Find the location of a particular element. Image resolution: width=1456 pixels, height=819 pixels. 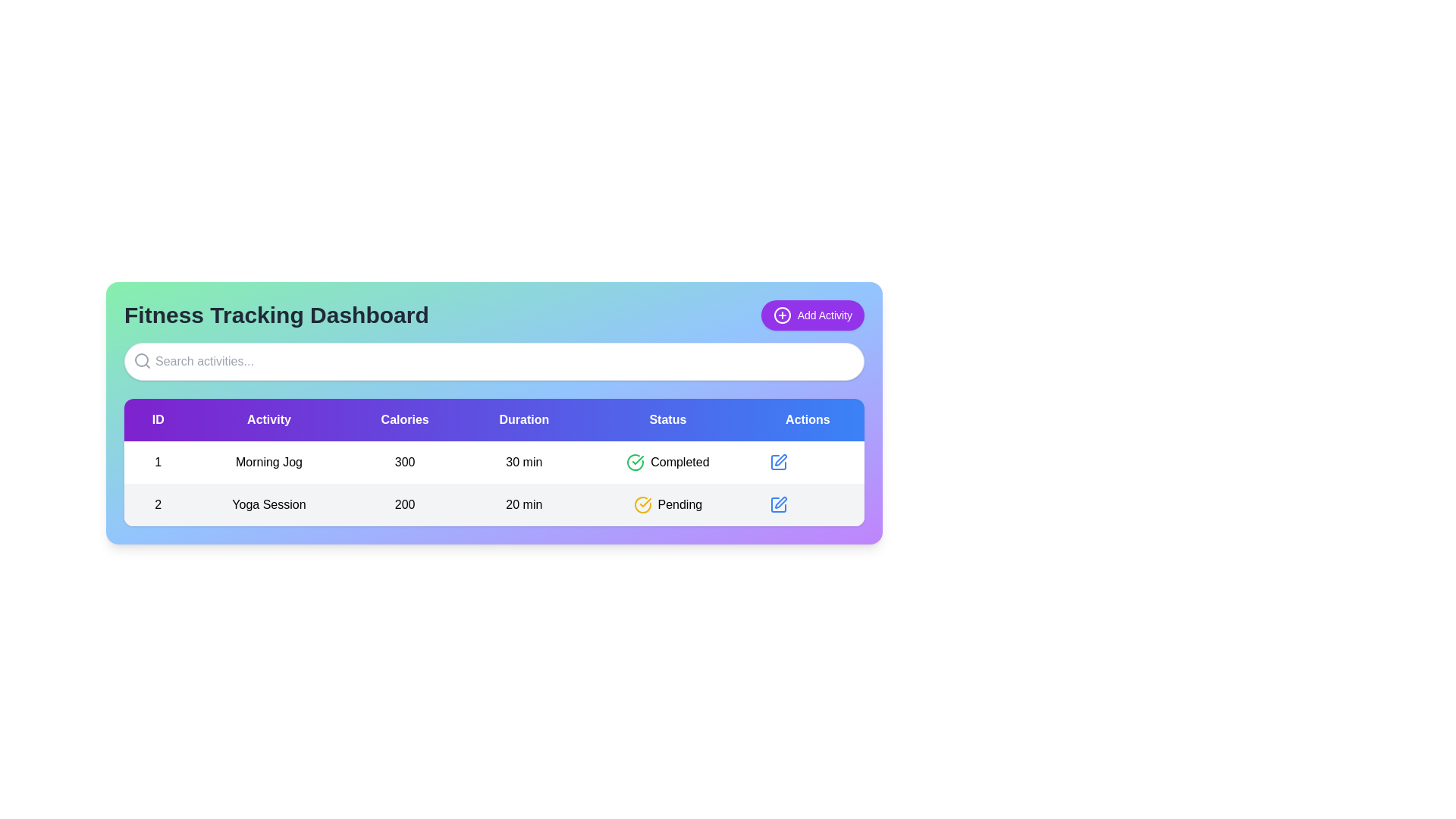

the 'Completed' text label located in the first row of the table under the 'Status' column, adjacent to a green check icon is located at coordinates (679, 461).